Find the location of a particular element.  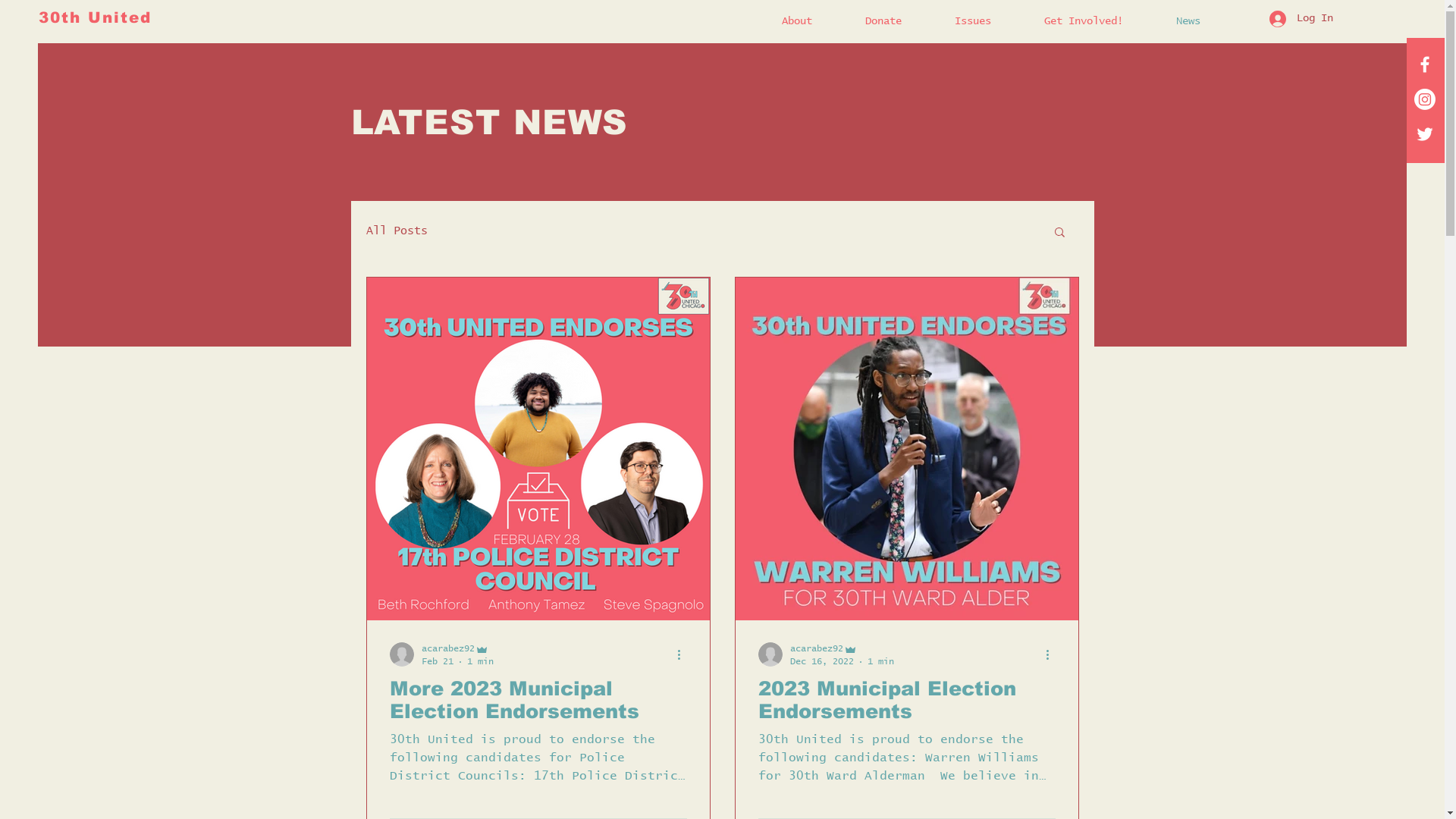

'All Posts' is located at coordinates (396, 231).